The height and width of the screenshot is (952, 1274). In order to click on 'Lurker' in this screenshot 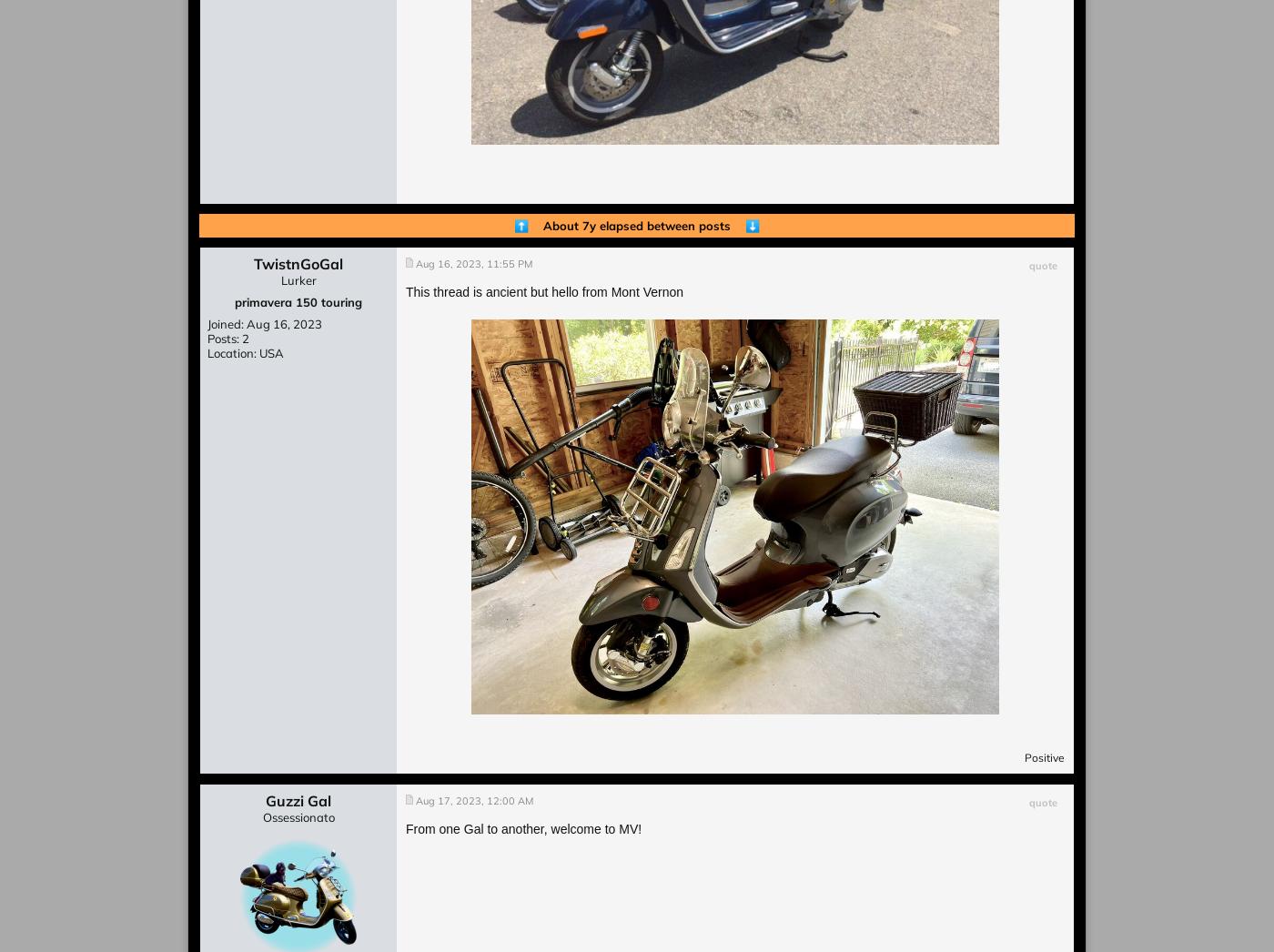, I will do `click(280, 279)`.